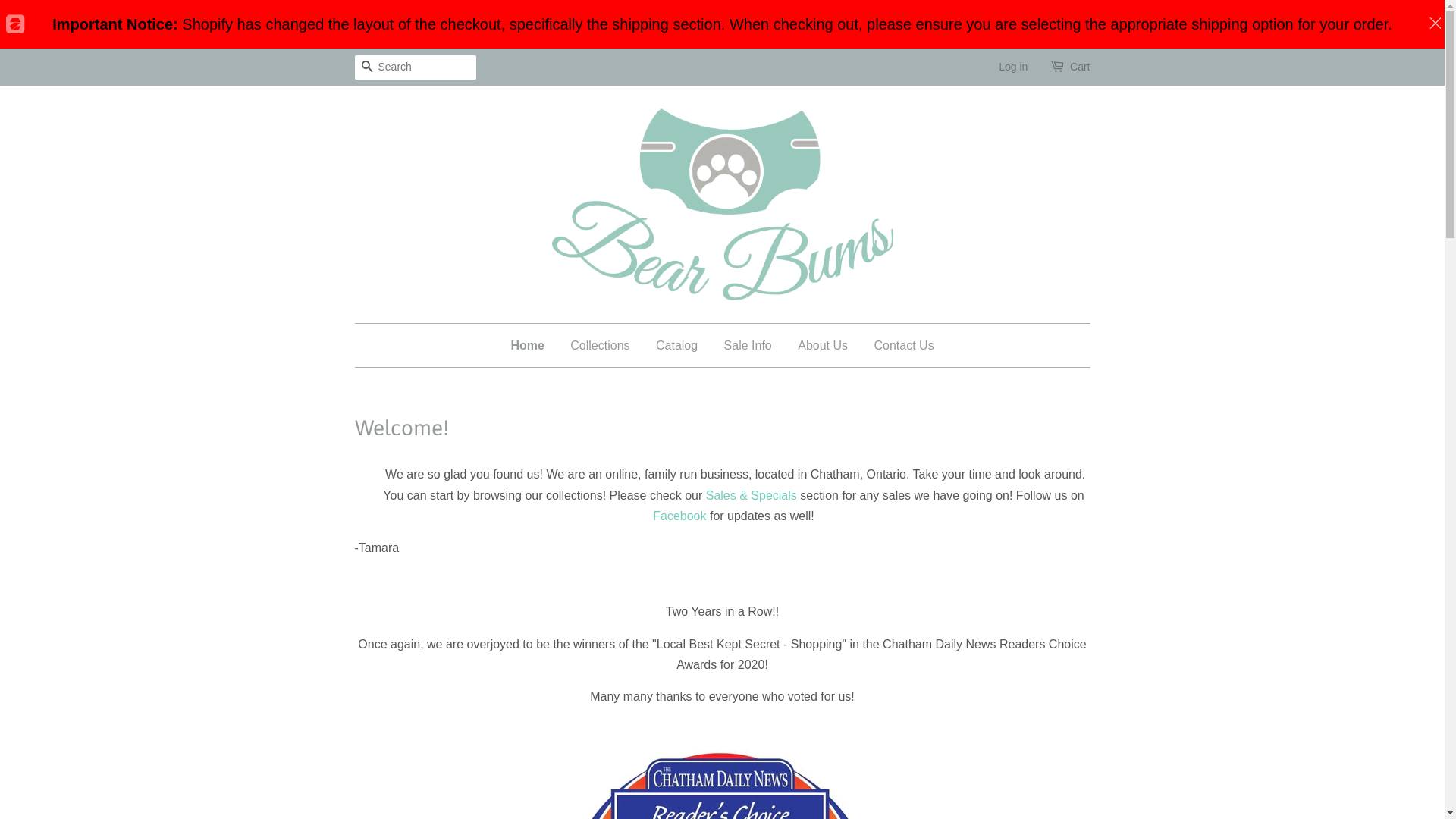  What do you see at coordinates (652, 515) in the screenshot?
I see `'Facebook'` at bounding box center [652, 515].